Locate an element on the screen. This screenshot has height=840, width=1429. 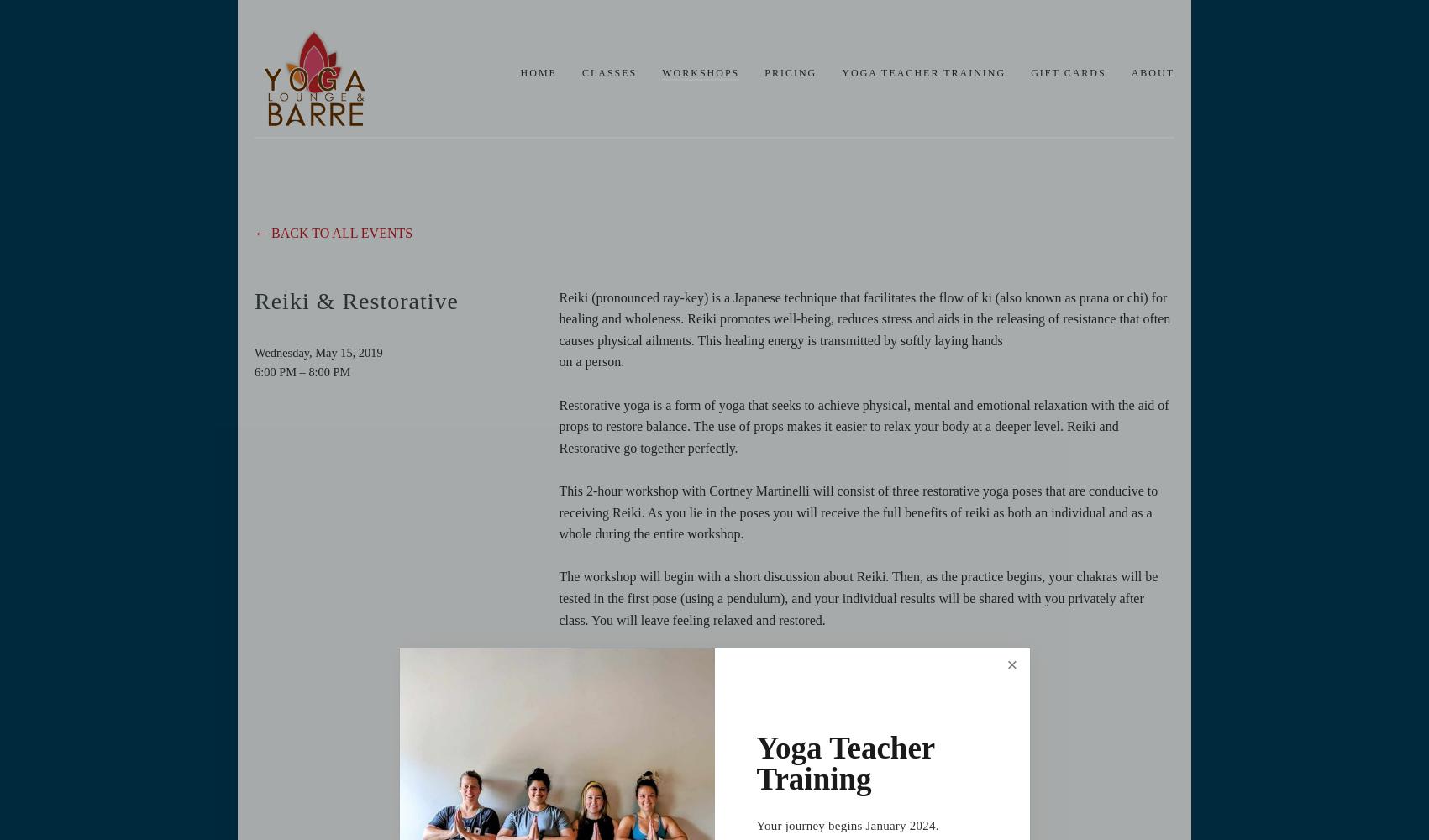
'on a person.' is located at coordinates (591, 361).